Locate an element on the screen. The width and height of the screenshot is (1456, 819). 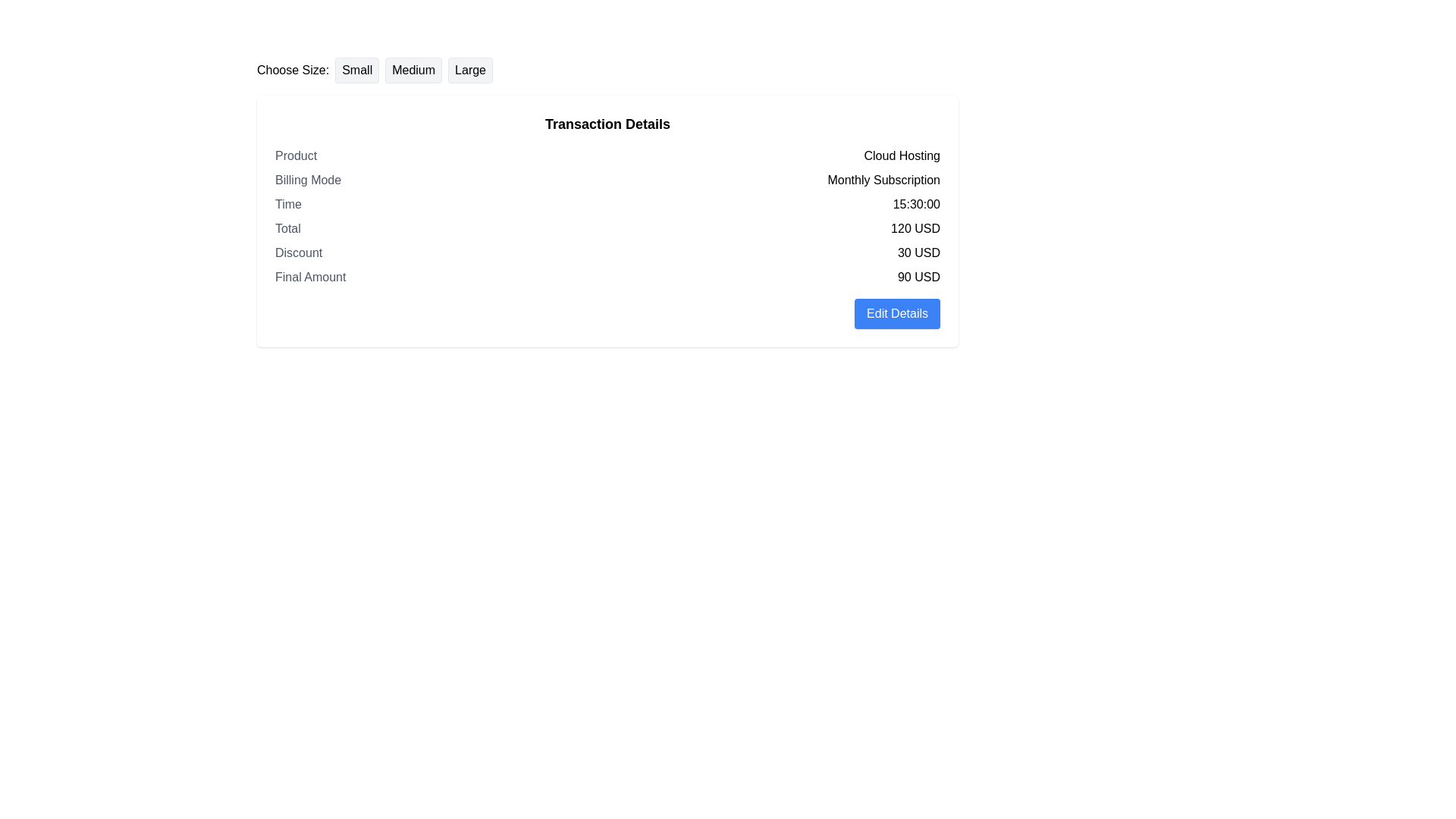
the 'Time' text element, which is styled in light gray and serves as a descriptor for the associated time value '15:30:00' in the transaction details layout is located at coordinates (288, 205).